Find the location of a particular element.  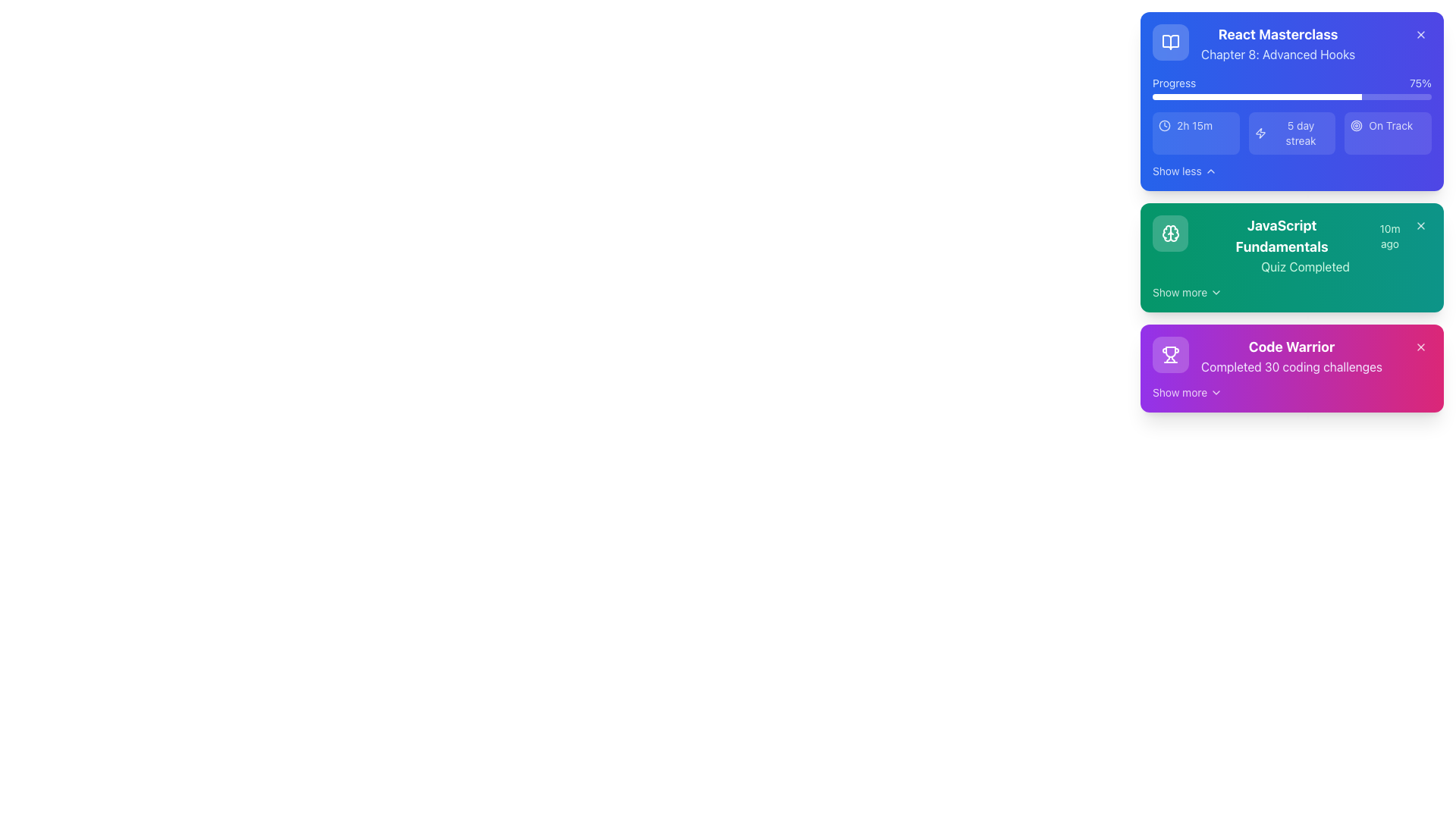

the Progress Bar labeled 'Progress' that visually represents a completion status of 75% within the 'React Masterclass' card is located at coordinates (1291, 87).